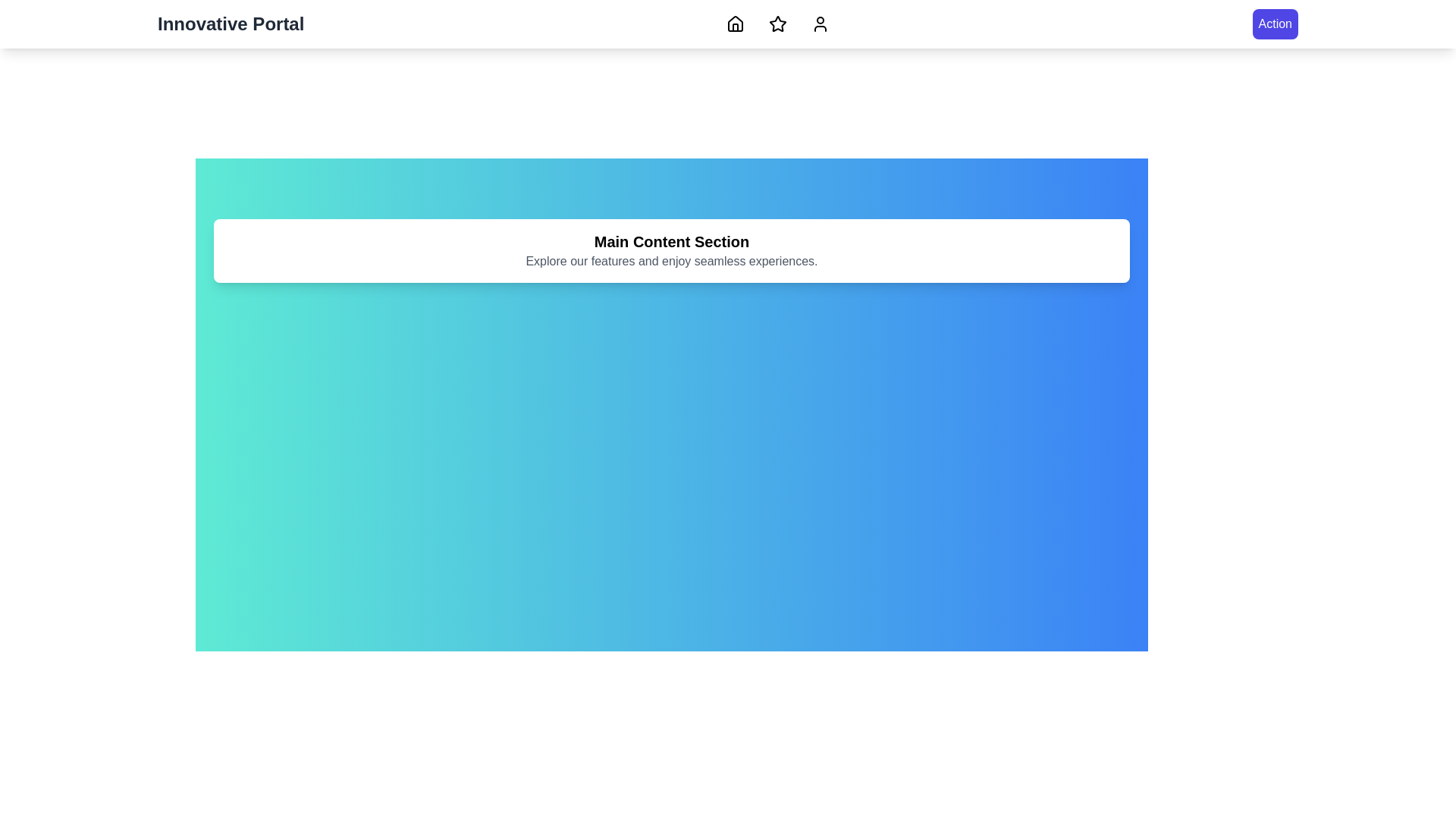 This screenshot has width=1456, height=819. What do you see at coordinates (671, 241) in the screenshot?
I see `the 'Main Content Section' to focus on it for reading` at bounding box center [671, 241].